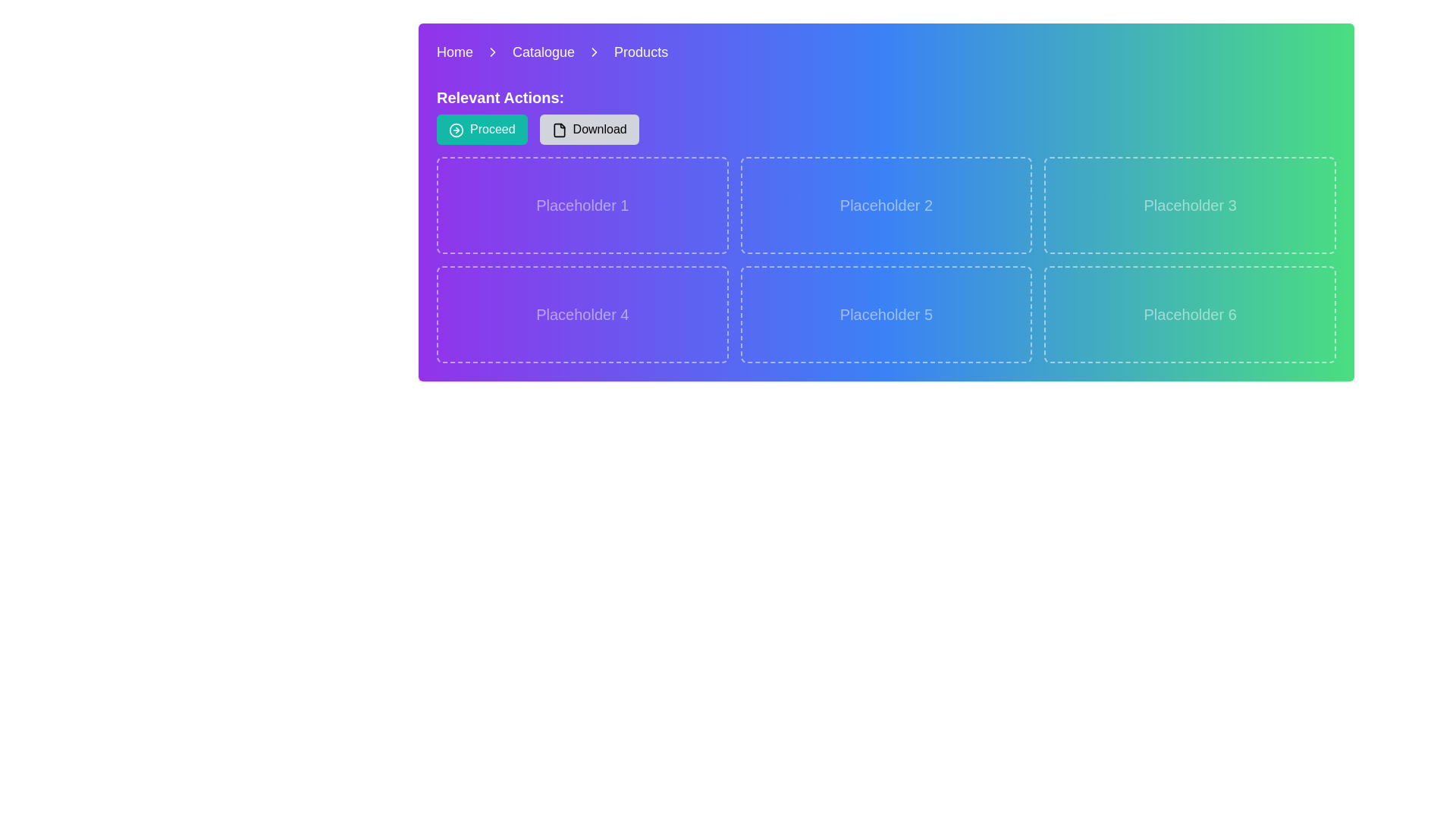 The image size is (1456, 819). What do you see at coordinates (558, 129) in the screenshot?
I see `the symbolic content of the file icon outlined in a minimalistic design, positioned between the 'Proceed' and 'Download' buttons` at bounding box center [558, 129].